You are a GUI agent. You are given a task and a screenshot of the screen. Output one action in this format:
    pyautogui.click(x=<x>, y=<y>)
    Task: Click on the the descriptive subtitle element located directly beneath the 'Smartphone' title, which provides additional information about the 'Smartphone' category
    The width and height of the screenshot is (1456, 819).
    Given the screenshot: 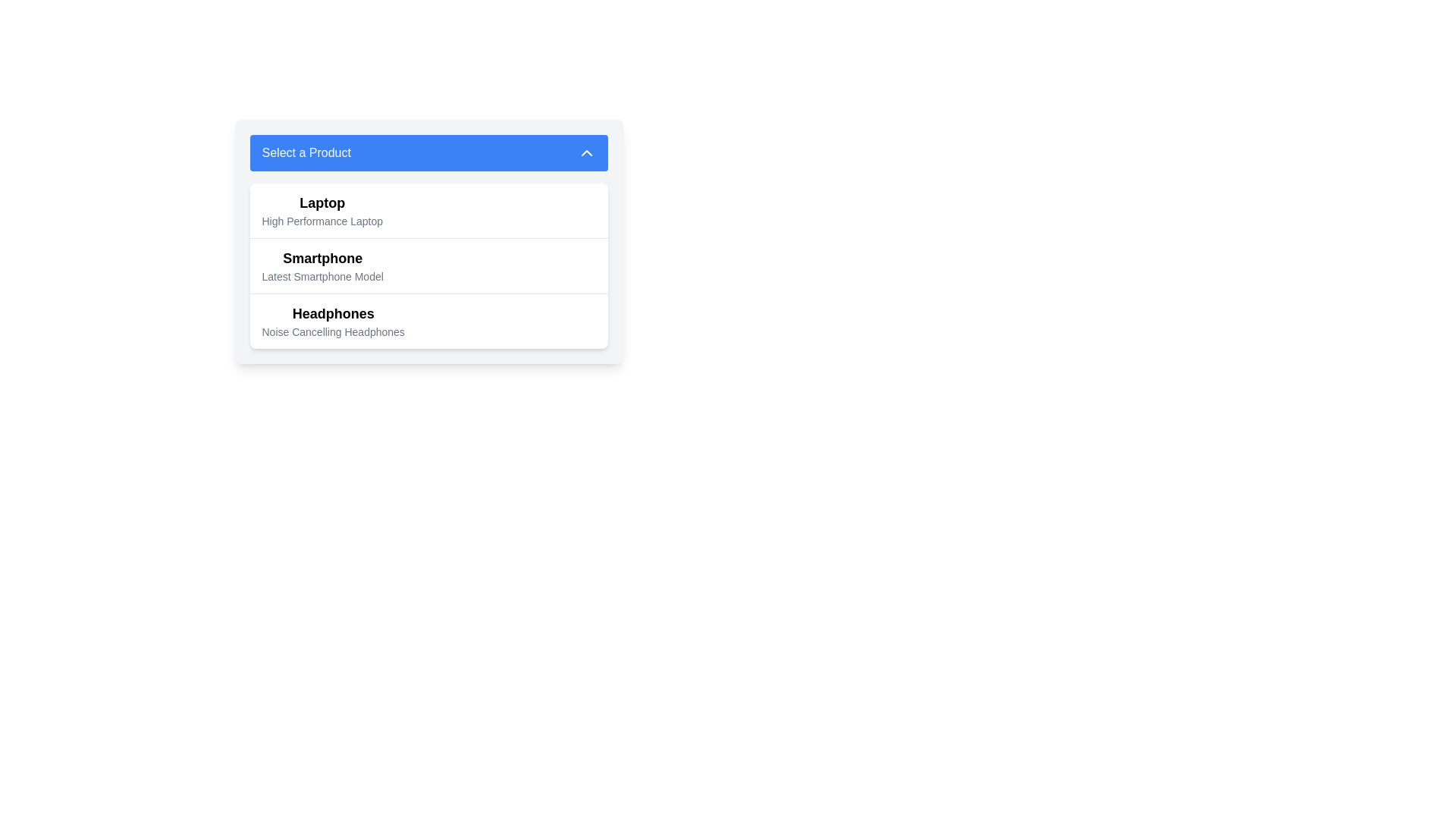 What is the action you would take?
    pyautogui.click(x=322, y=277)
    